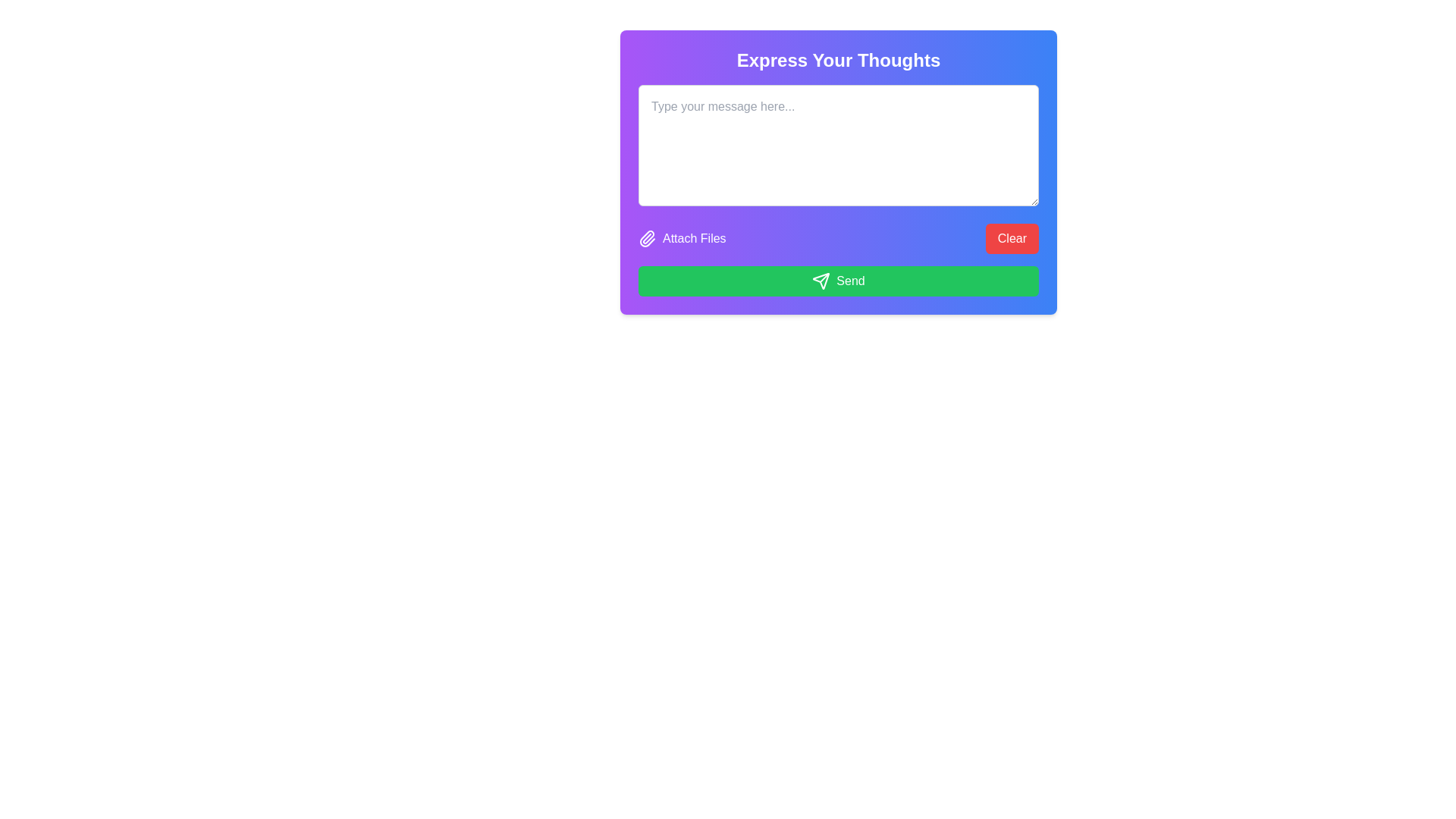  I want to click on the prominent static text element that reads 'Express Your Thoughts', styled with bold, large white font at the top of a colorful gradient box, so click(837, 60).